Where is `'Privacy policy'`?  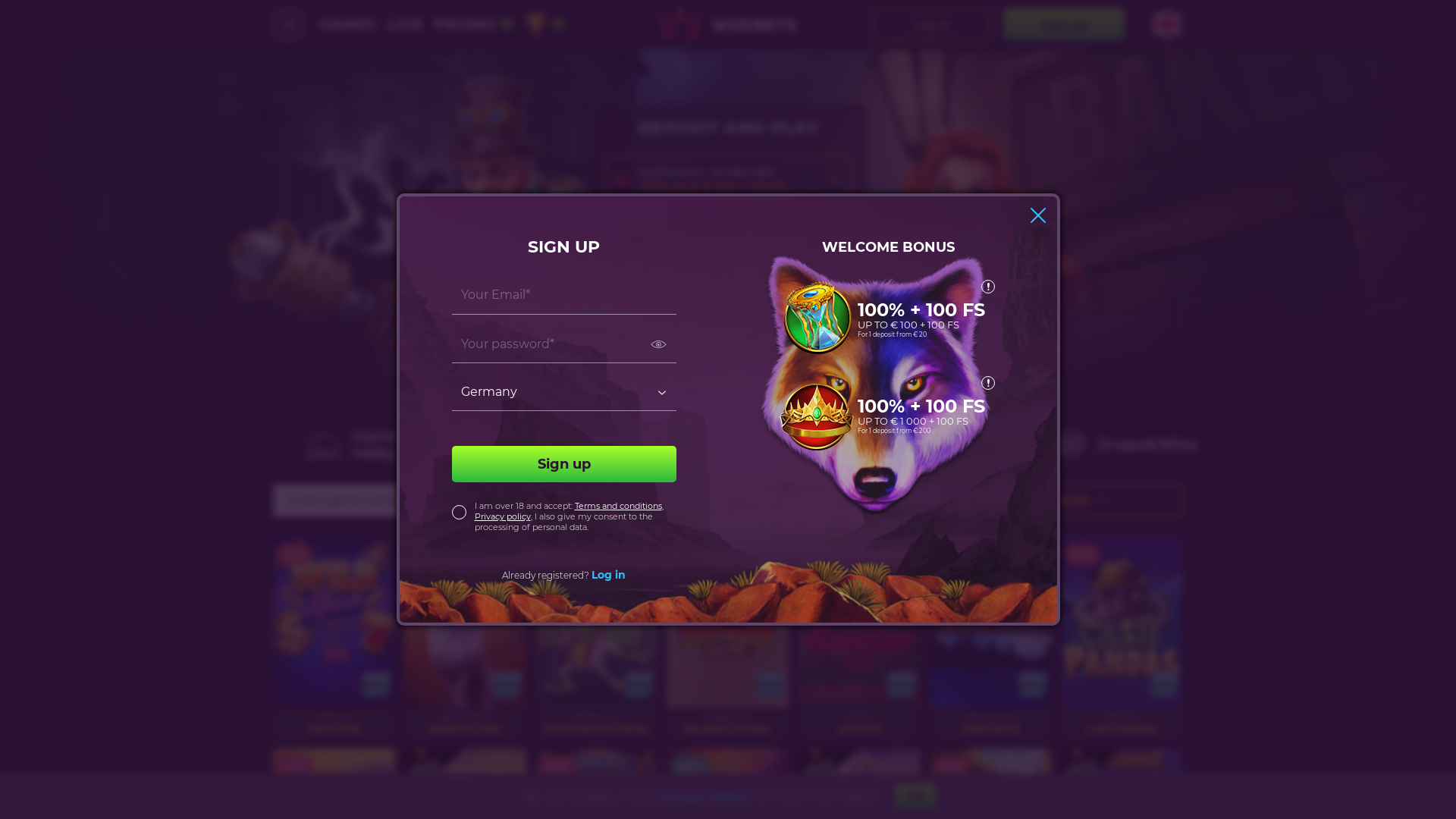
'Privacy policy' is located at coordinates (502, 516).